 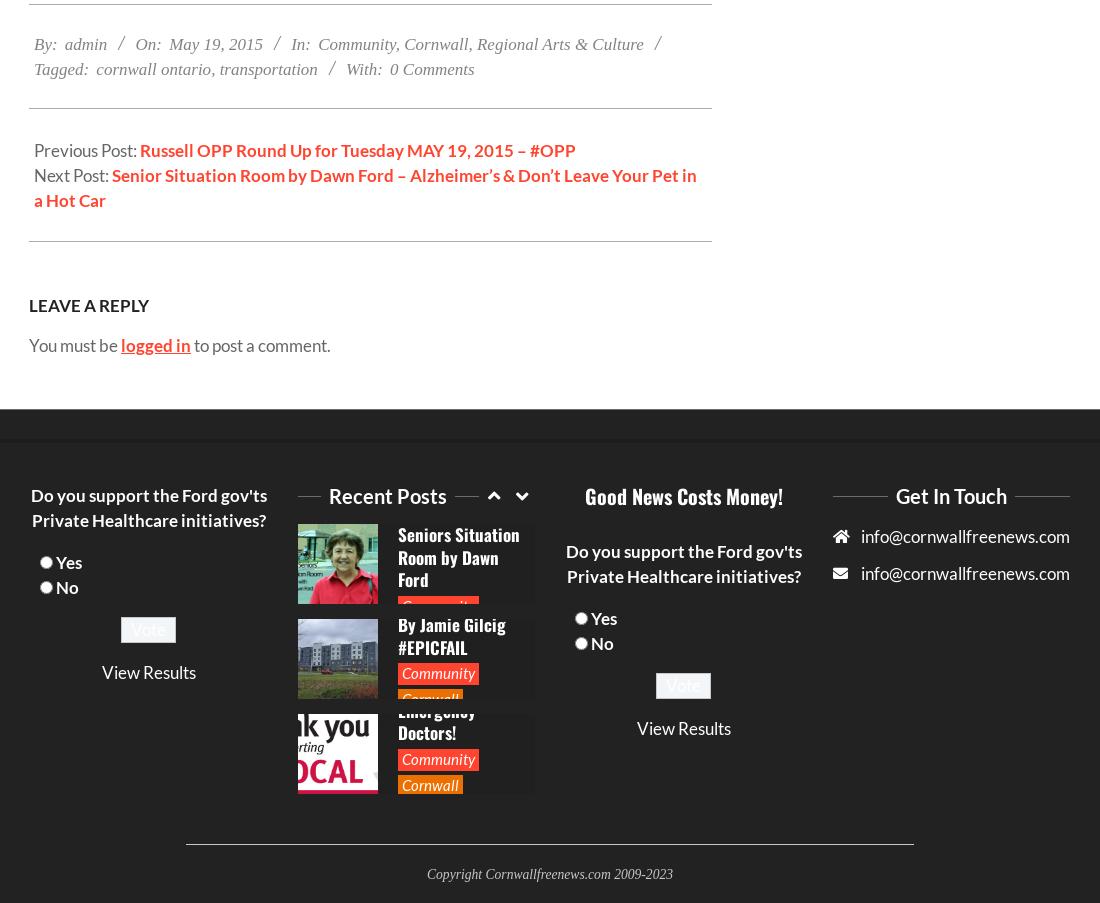 What do you see at coordinates (358, 148) in the screenshot?
I see `'Russell OPP Round Up for Tuesday MAY 19, 2015 – #OPP'` at bounding box center [358, 148].